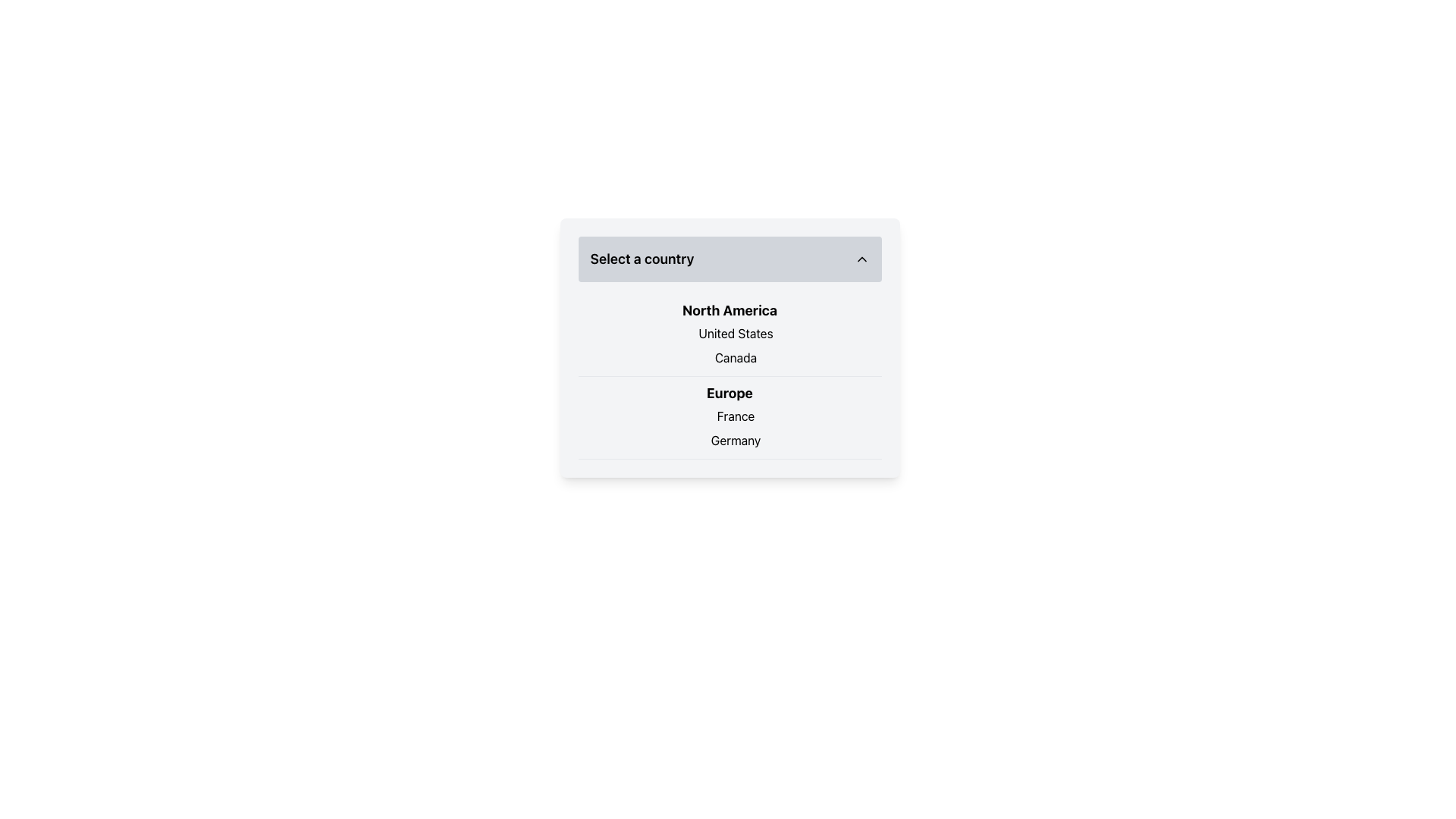  Describe the element at coordinates (730, 393) in the screenshot. I see `the bold, large-sized text displaying the word 'Europe', which is centrally positioned in the dropdown above 'France' and 'Germany'` at that location.